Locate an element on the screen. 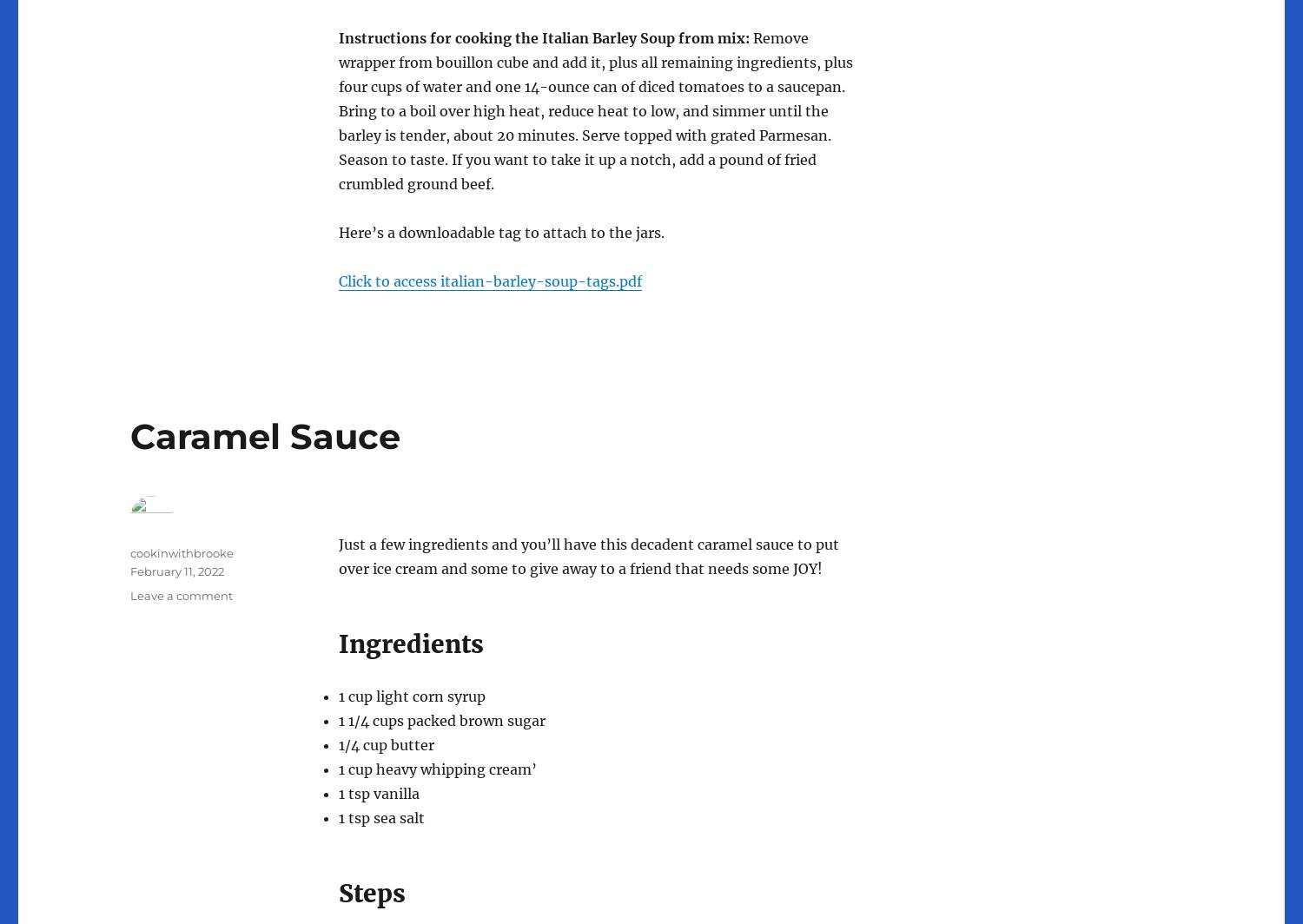 Image resolution: width=1303 pixels, height=924 pixels. '1 tsp vanilla' is located at coordinates (379, 793).